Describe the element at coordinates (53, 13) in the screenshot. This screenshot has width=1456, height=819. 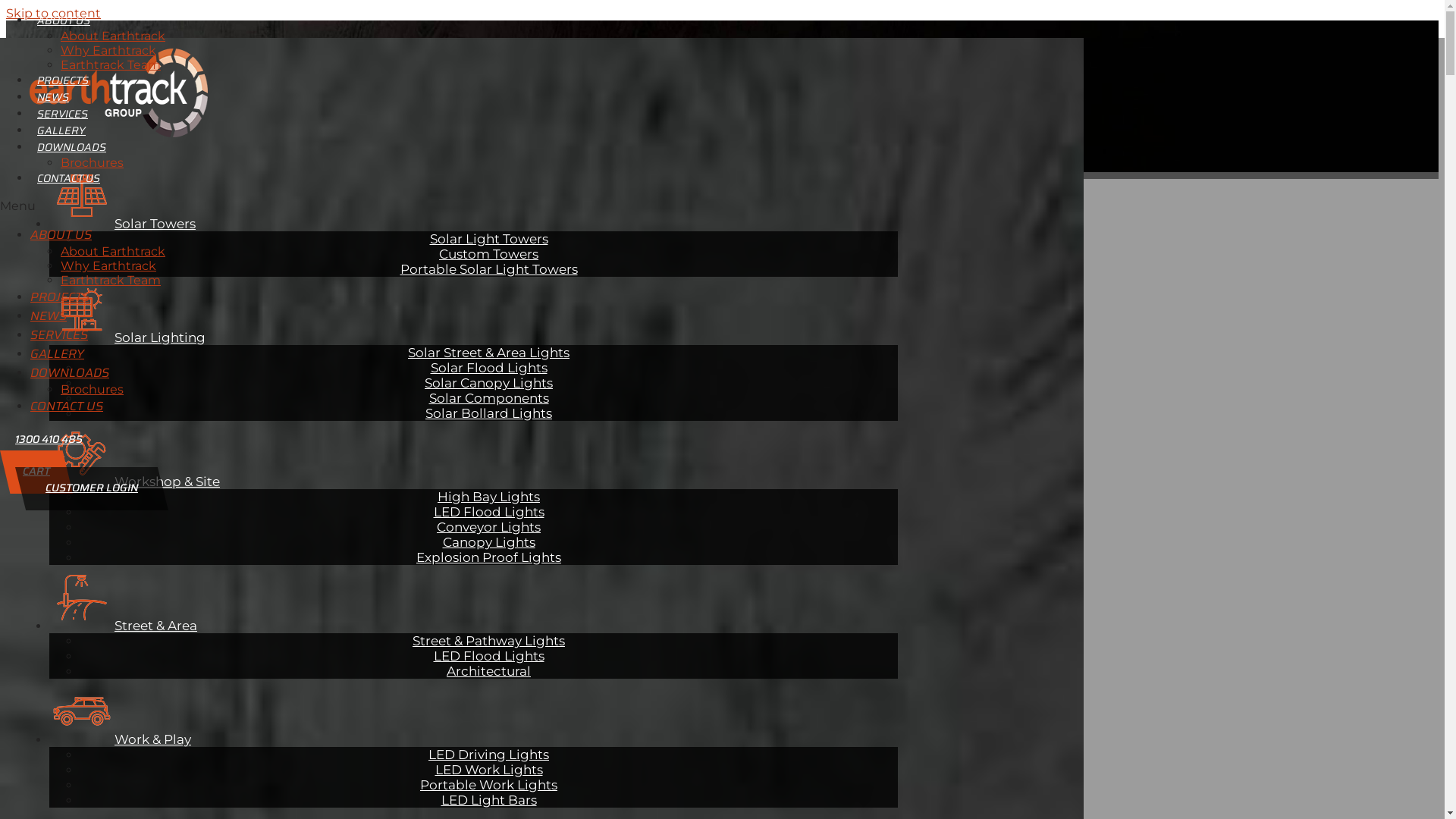
I see `'Skip to content'` at that location.